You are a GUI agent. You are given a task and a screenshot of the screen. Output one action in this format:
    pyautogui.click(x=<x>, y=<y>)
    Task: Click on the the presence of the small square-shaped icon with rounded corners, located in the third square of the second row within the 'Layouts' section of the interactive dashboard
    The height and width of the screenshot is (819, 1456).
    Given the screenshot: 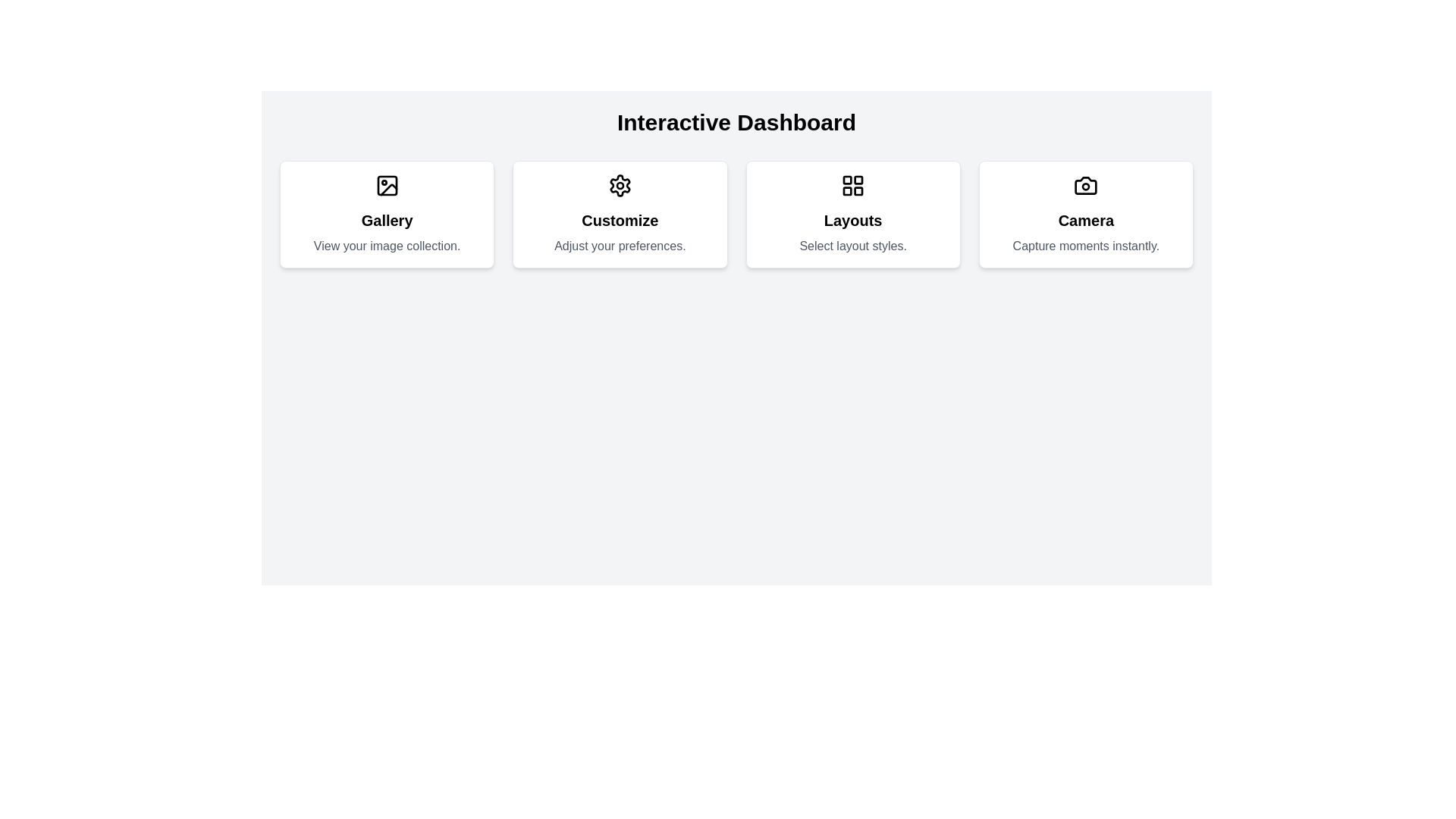 What is the action you would take?
    pyautogui.click(x=858, y=190)
    